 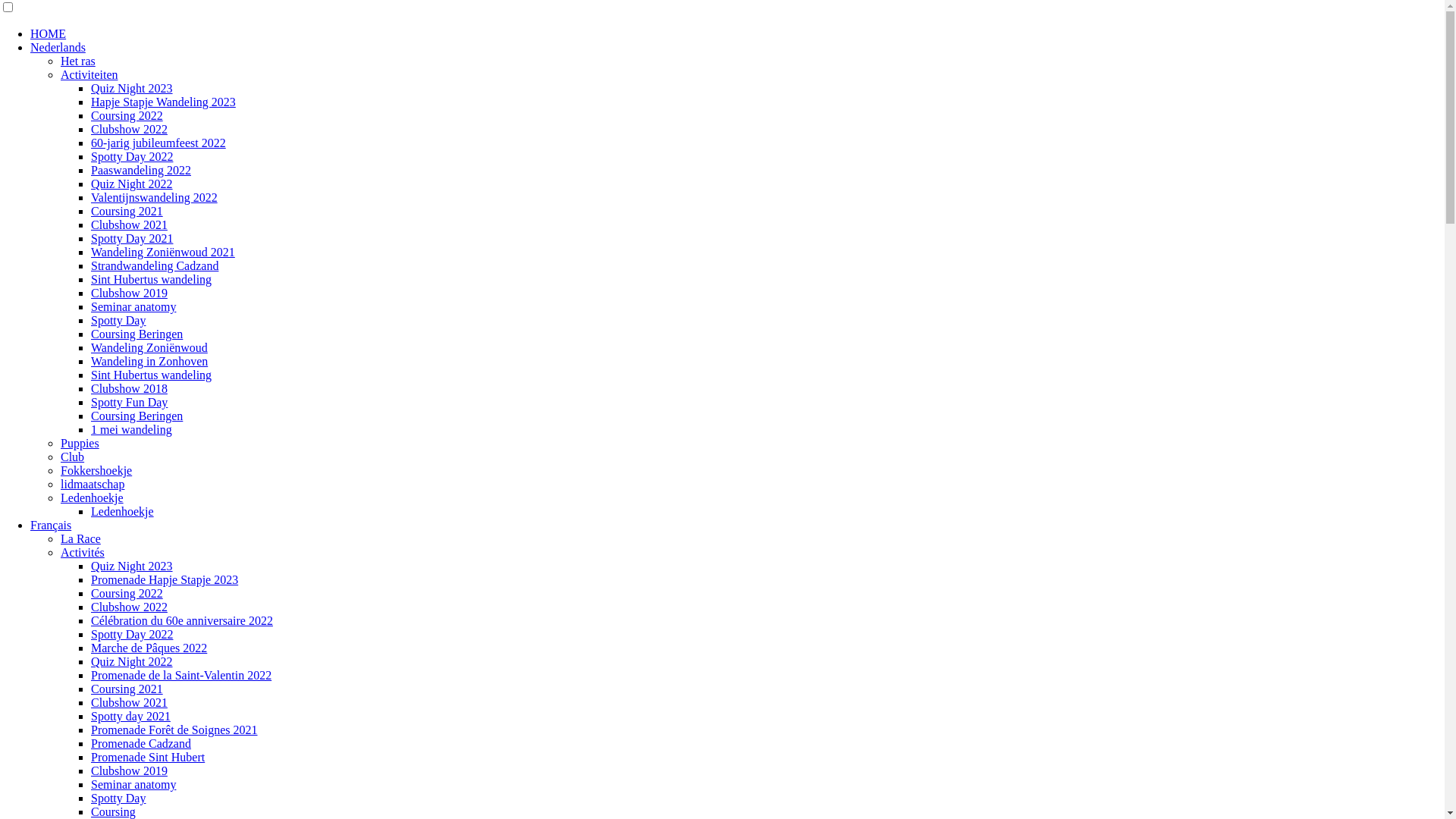 What do you see at coordinates (95, 469) in the screenshot?
I see `'Fokkershoekje'` at bounding box center [95, 469].